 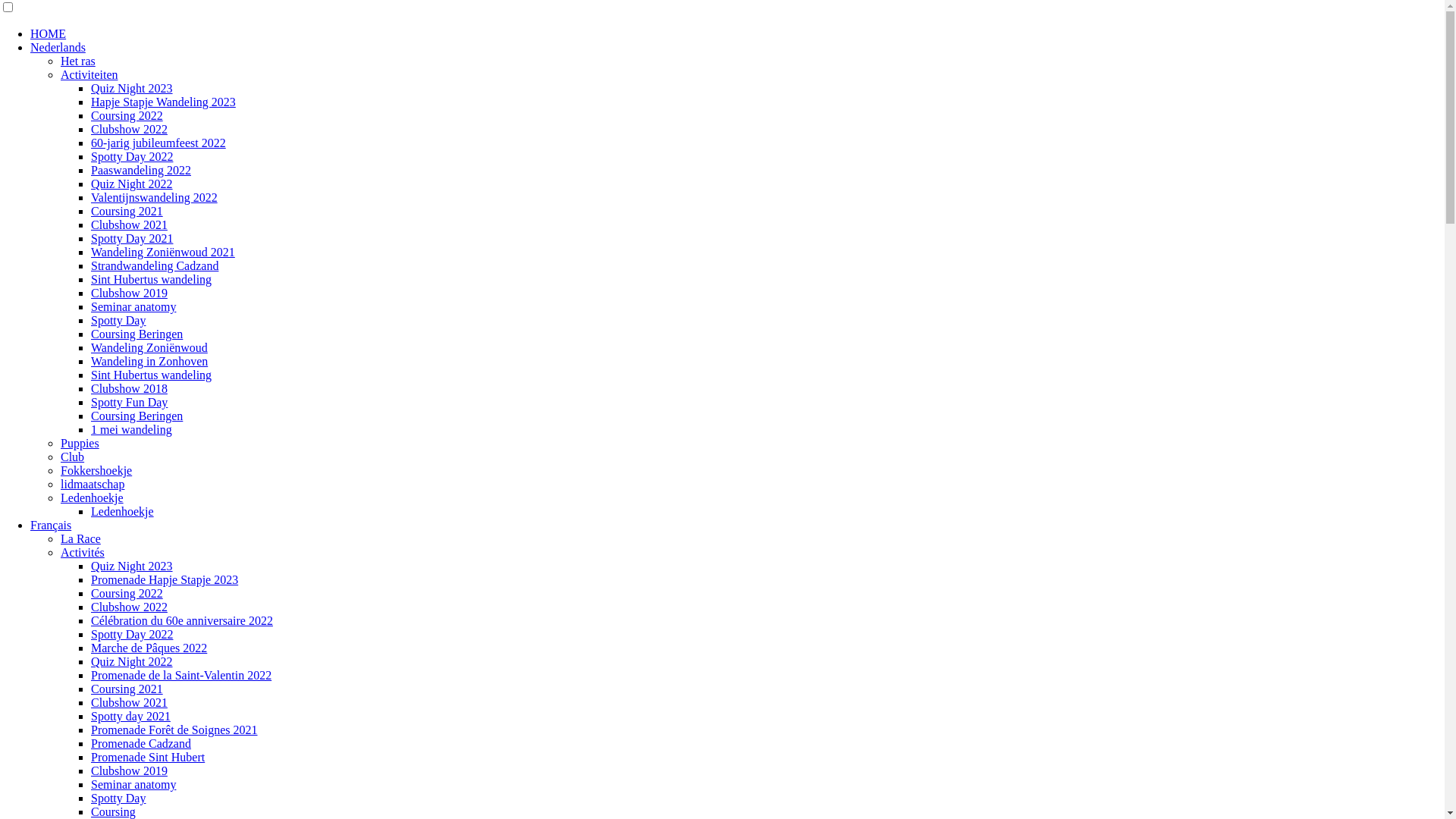 What do you see at coordinates (95, 469) in the screenshot?
I see `'Fokkershoekje'` at bounding box center [95, 469].